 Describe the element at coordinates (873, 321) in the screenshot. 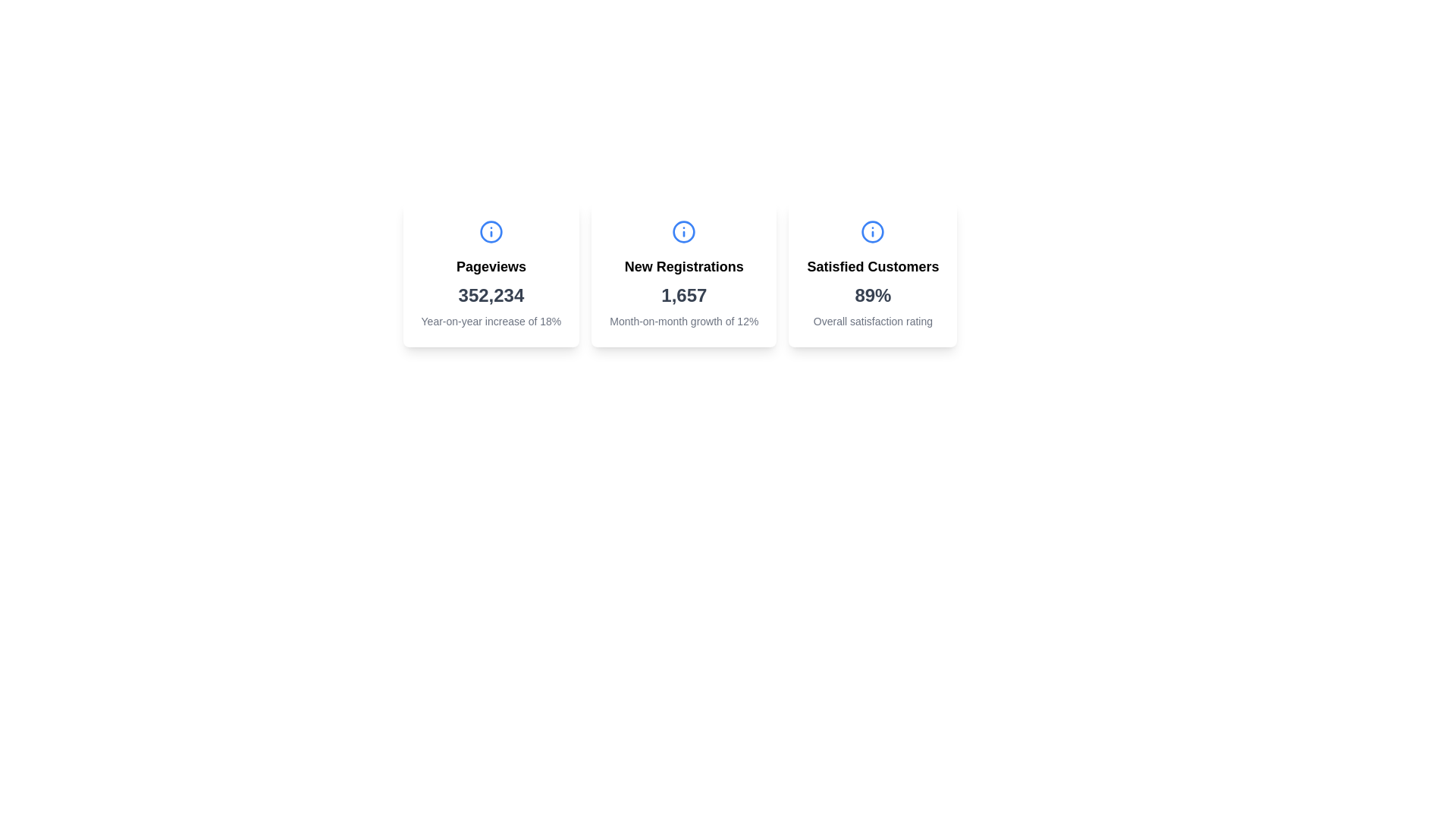

I see `the Static Text Label located at the bottom of the rightmost card, below the '89%' text, to possibly highlight or see additional information` at that location.